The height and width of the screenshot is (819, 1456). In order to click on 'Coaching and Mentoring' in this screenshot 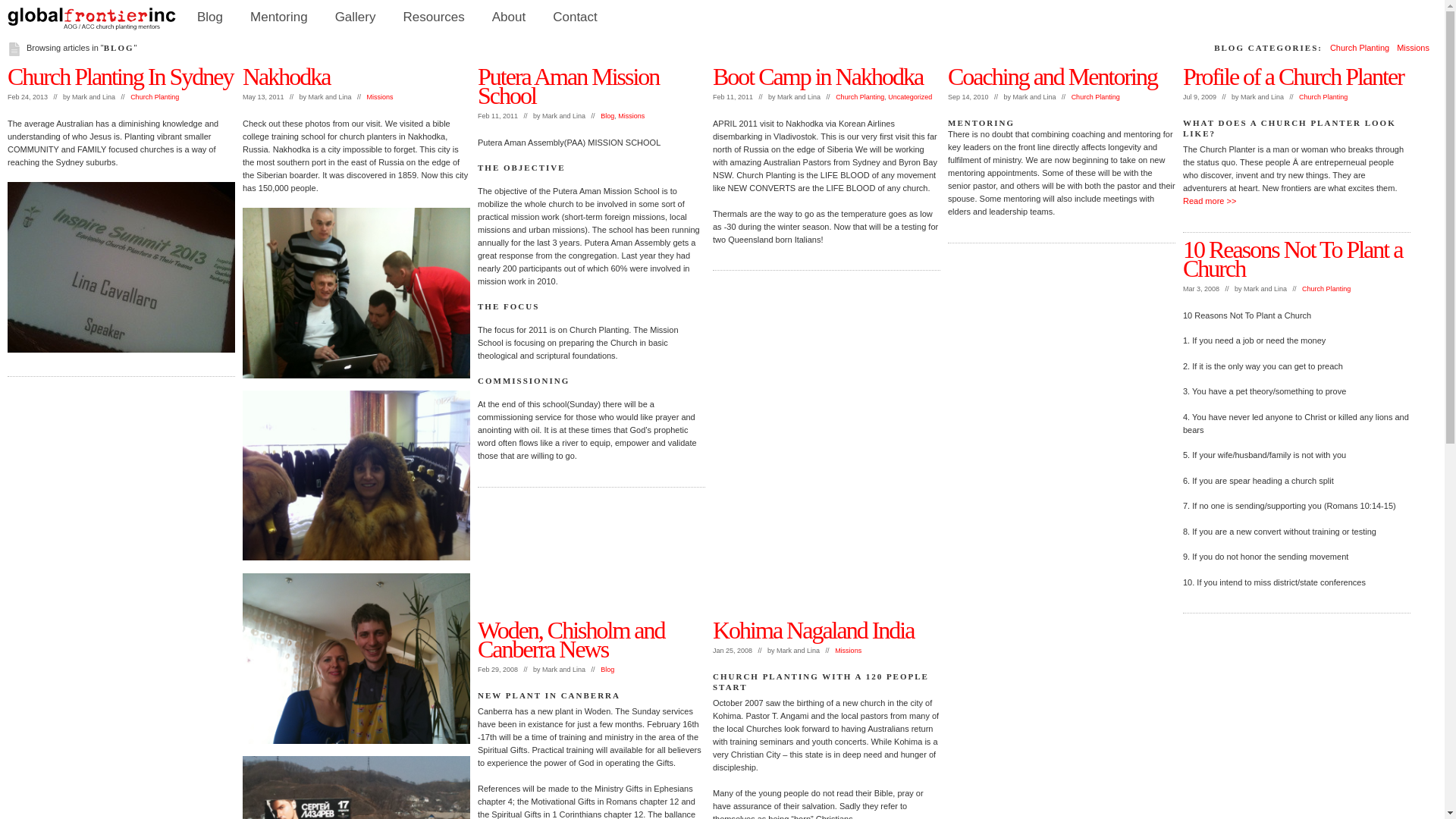, I will do `click(1051, 76)`.